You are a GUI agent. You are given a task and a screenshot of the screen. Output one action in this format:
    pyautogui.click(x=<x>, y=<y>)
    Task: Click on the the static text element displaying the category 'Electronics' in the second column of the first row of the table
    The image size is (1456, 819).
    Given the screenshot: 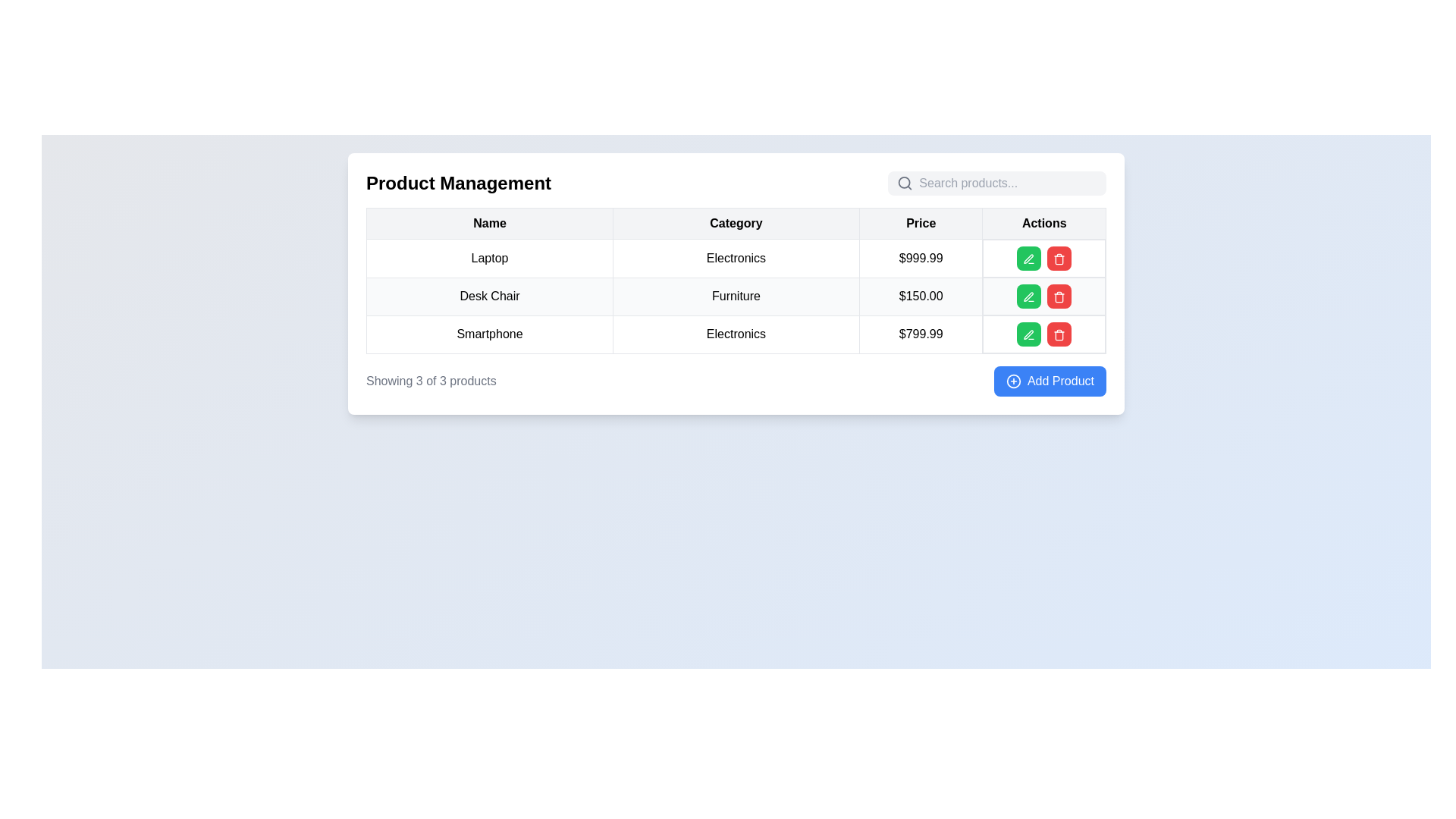 What is the action you would take?
    pyautogui.click(x=736, y=257)
    